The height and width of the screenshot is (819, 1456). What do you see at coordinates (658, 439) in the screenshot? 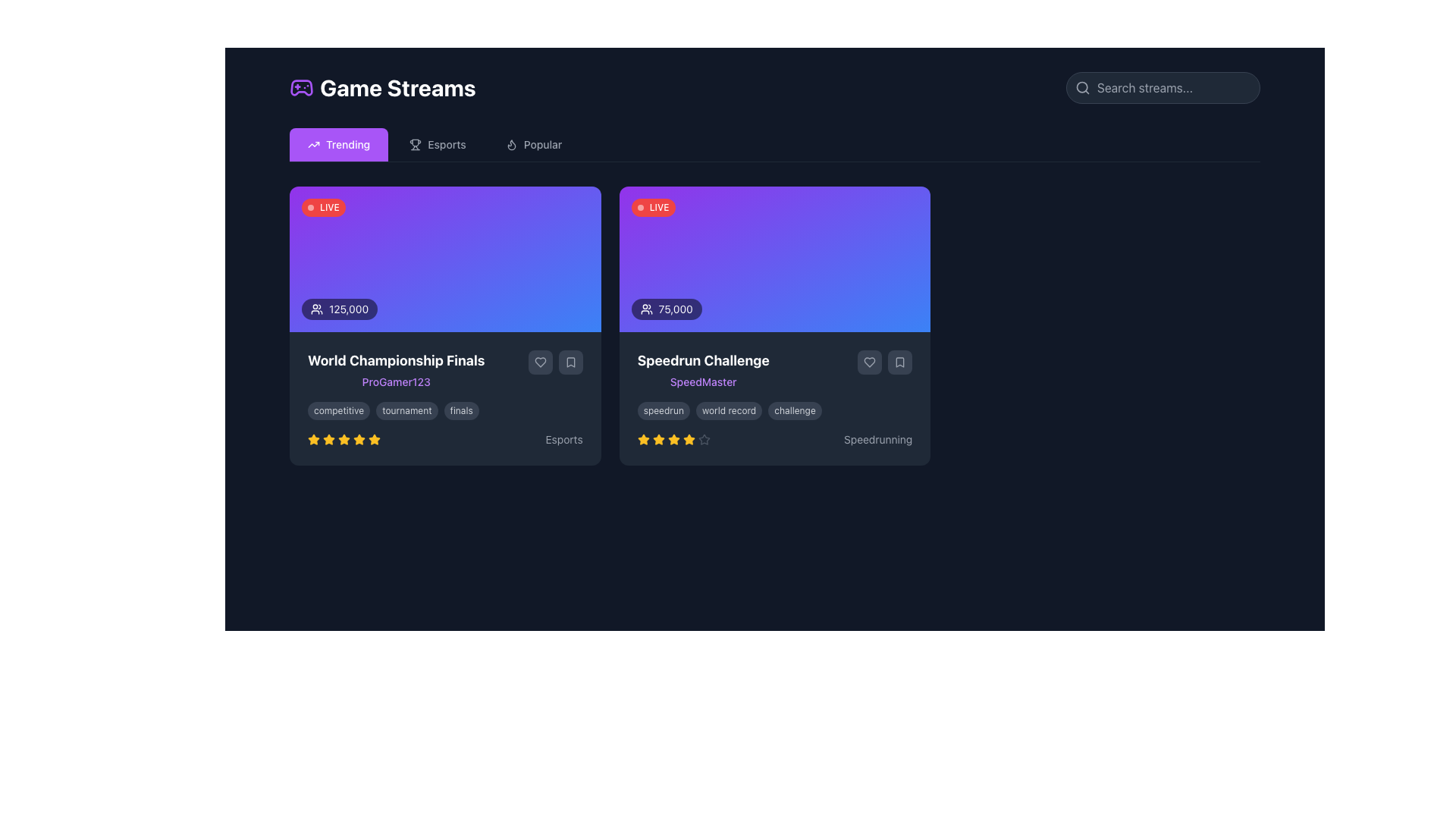
I see `the third star-shaped icon from the left in a row of six stars located at the bottom of the second card under the title 'Speedrun Challenge' to interact or highlight it` at bounding box center [658, 439].